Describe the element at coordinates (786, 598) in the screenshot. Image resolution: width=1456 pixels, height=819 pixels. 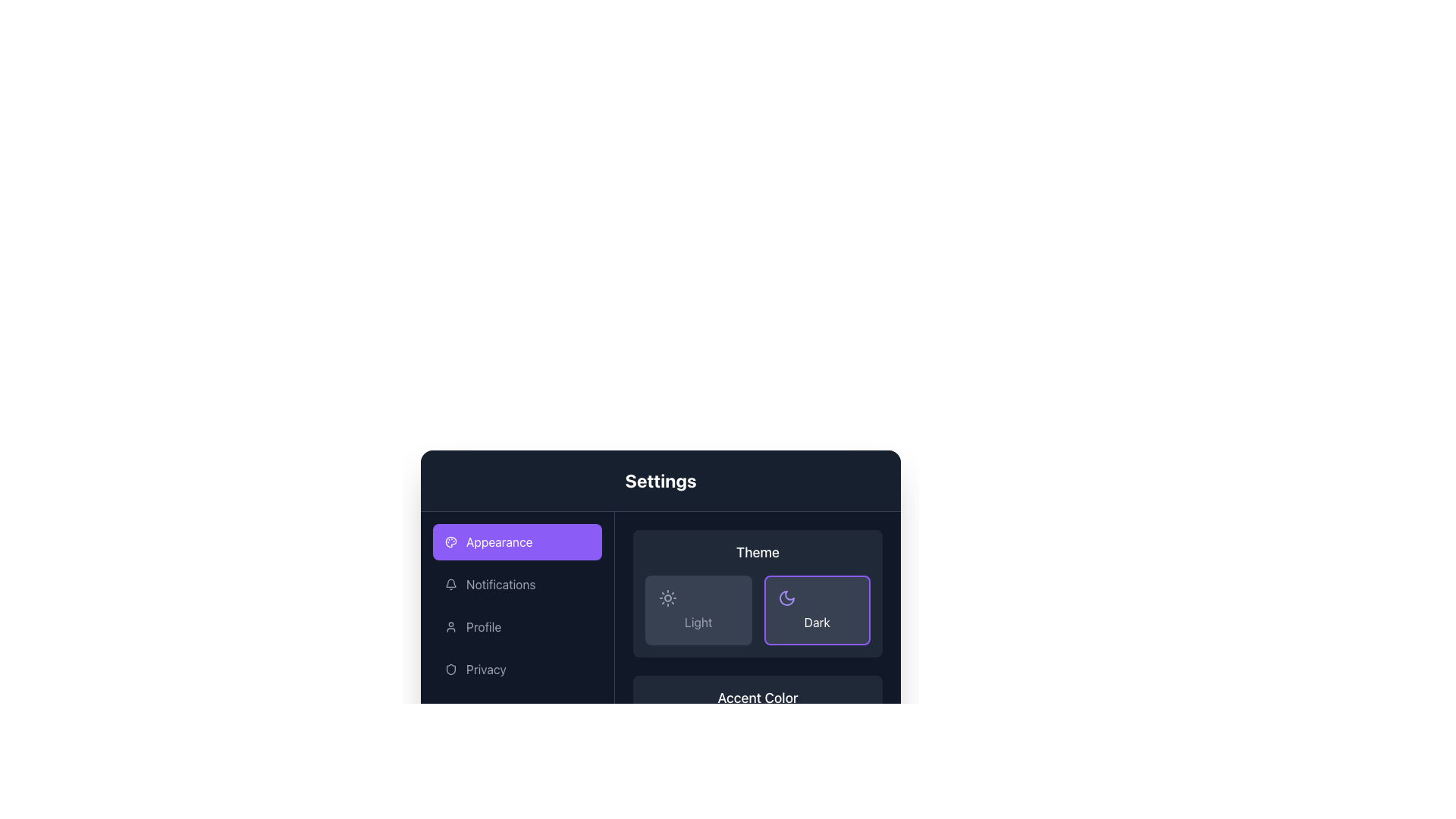
I see `the 'Dark' theme icon located in the top-left portion of the theme selection card, which is positioned above the text label 'Dark'` at that location.